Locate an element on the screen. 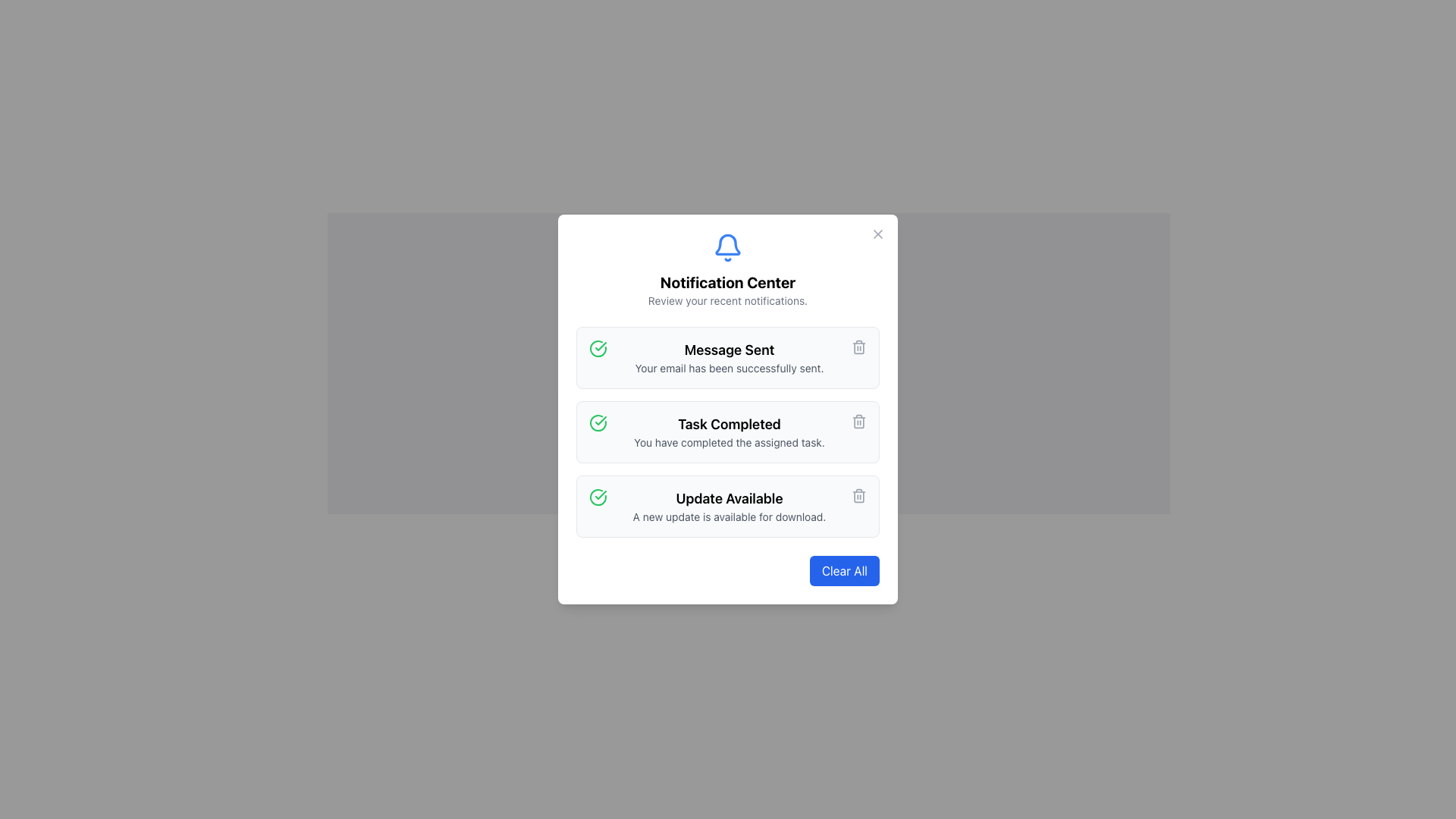 This screenshot has width=1456, height=819. text from the Text Label located underneath the 'Update Available' header in the notification card is located at coordinates (729, 516).